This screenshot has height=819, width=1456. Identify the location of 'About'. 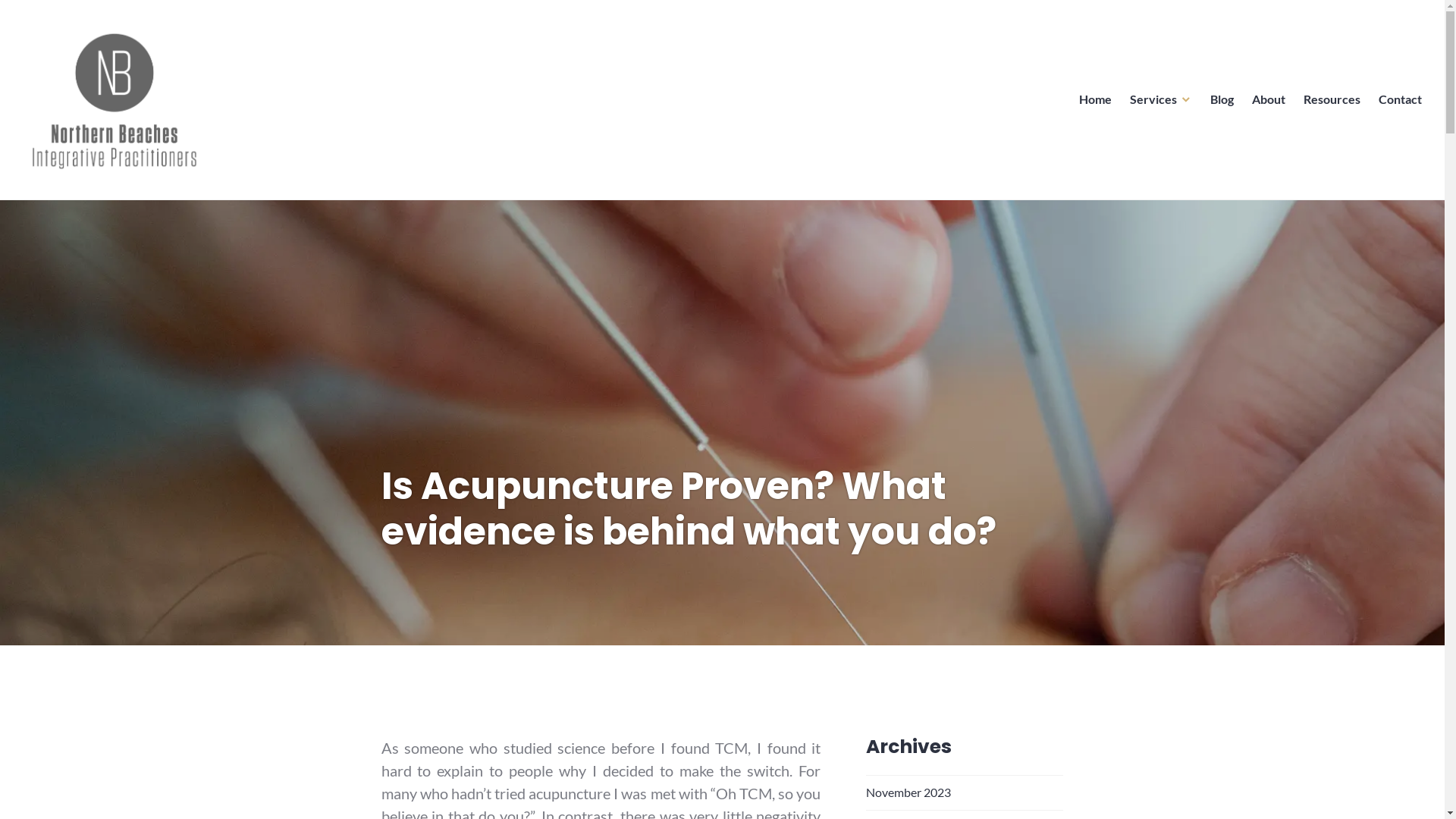
(1269, 99).